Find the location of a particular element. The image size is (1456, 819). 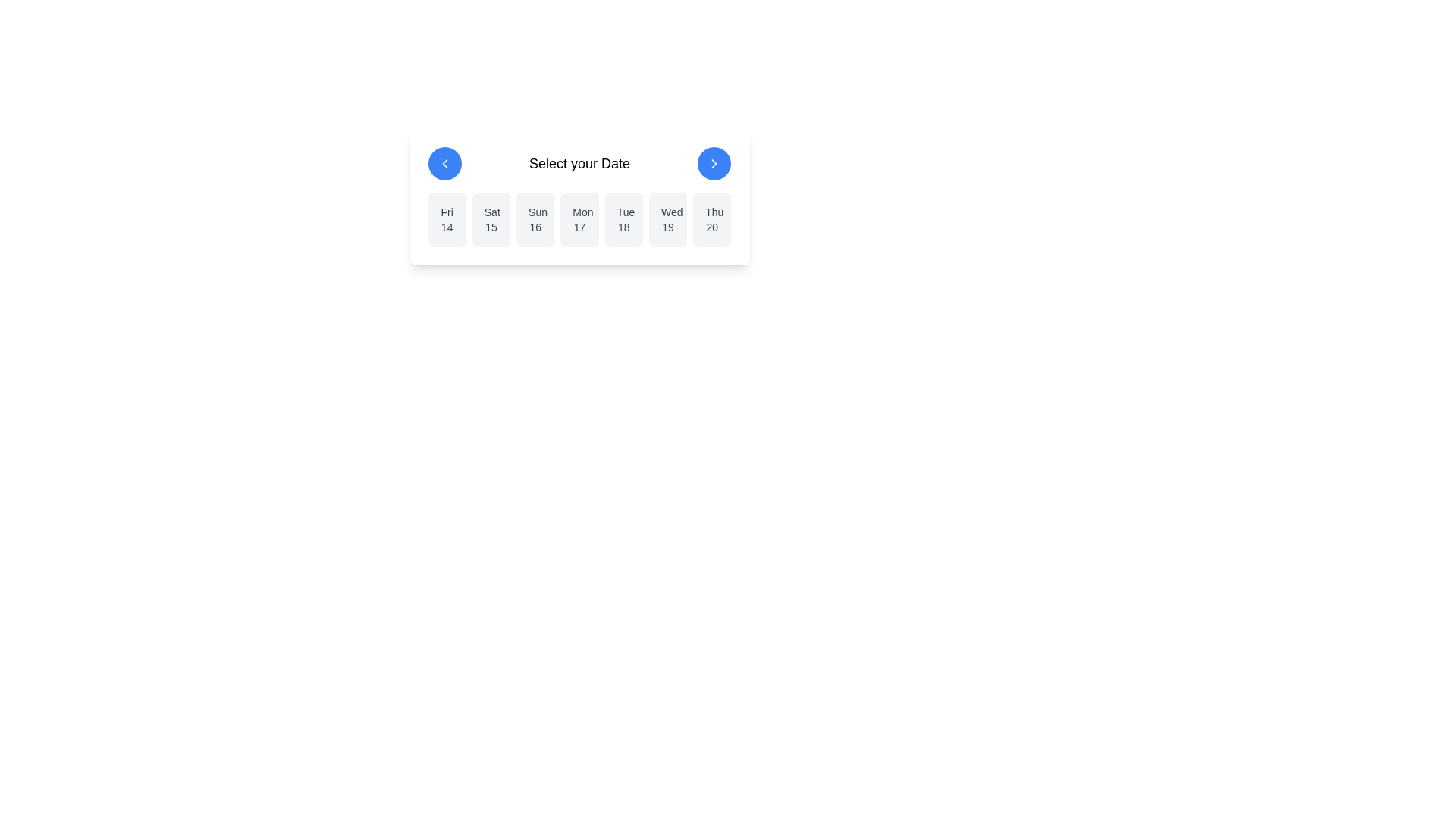

the leftmost navigation button that allows users to navigate to previous options or dates is located at coordinates (444, 164).